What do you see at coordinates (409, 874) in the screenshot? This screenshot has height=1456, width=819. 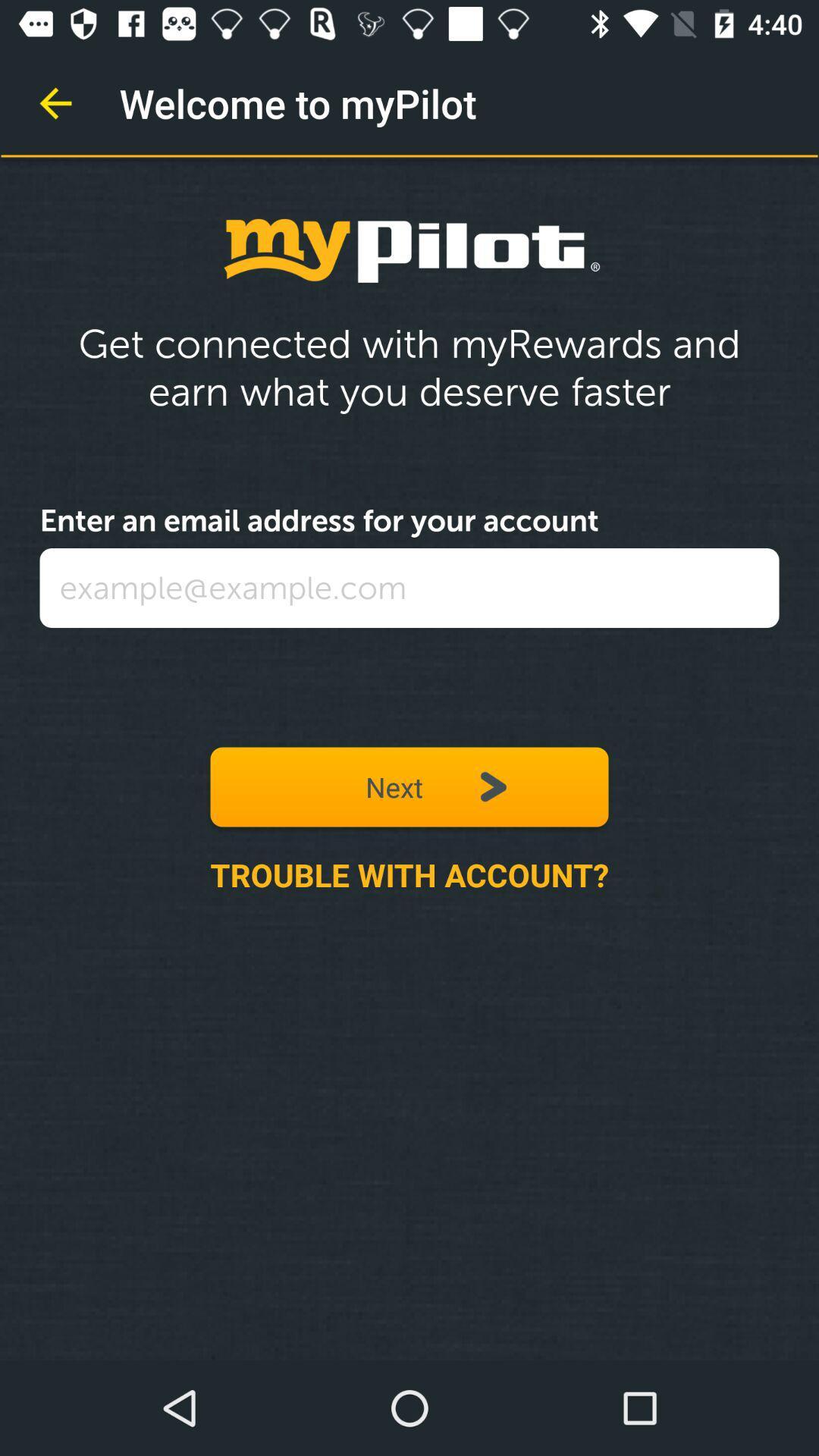 I see `the trouble with account?` at bounding box center [409, 874].